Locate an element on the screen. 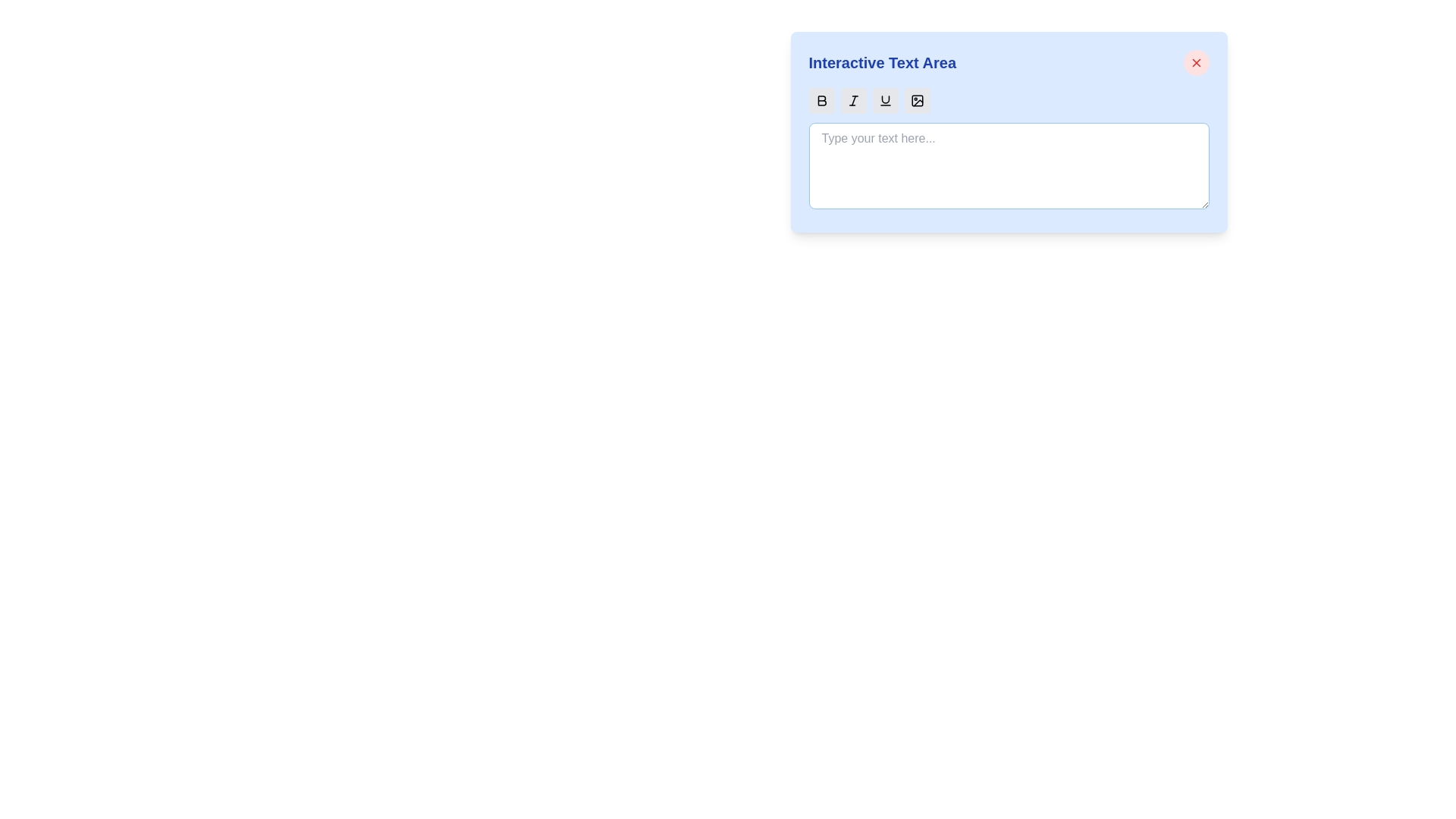 Image resolution: width=1456 pixels, height=819 pixels. the italic style icon represented as a slanted 'I' in the toolbar below the 'Interactive Text Area' title is located at coordinates (853, 100).